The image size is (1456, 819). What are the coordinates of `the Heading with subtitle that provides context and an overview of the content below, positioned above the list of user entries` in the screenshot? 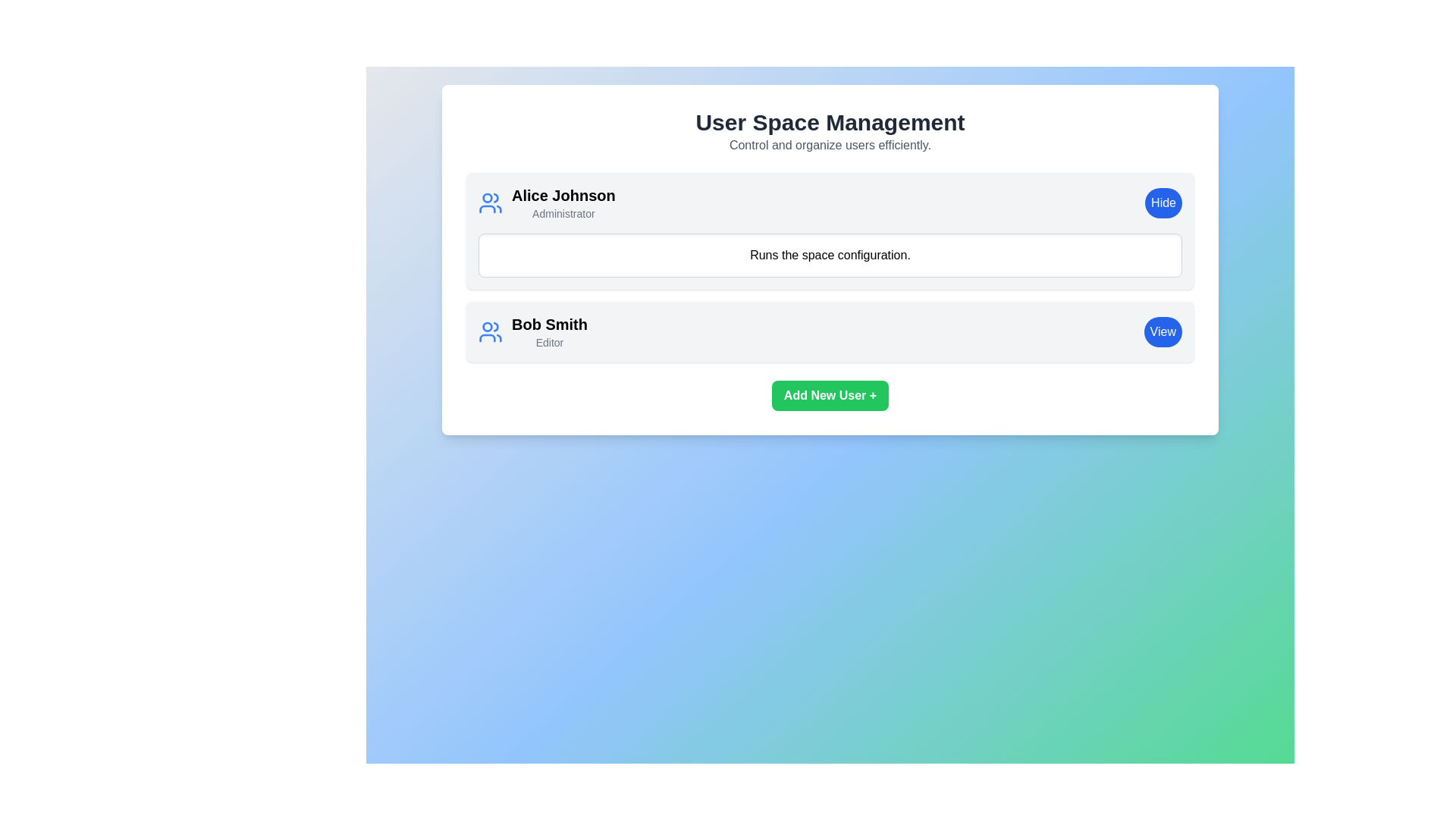 It's located at (829, 130).